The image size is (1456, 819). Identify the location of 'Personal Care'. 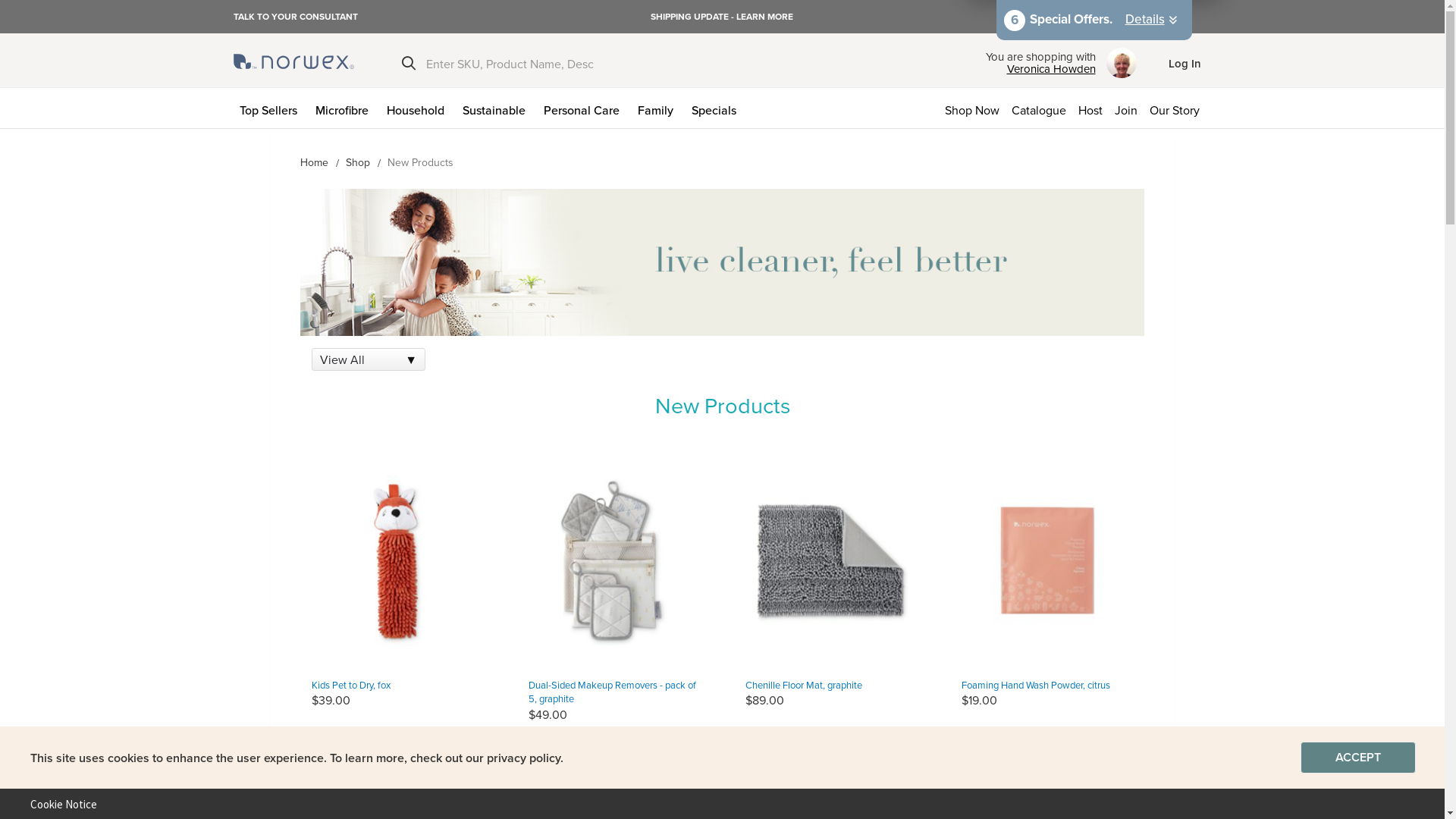
(582, 107).